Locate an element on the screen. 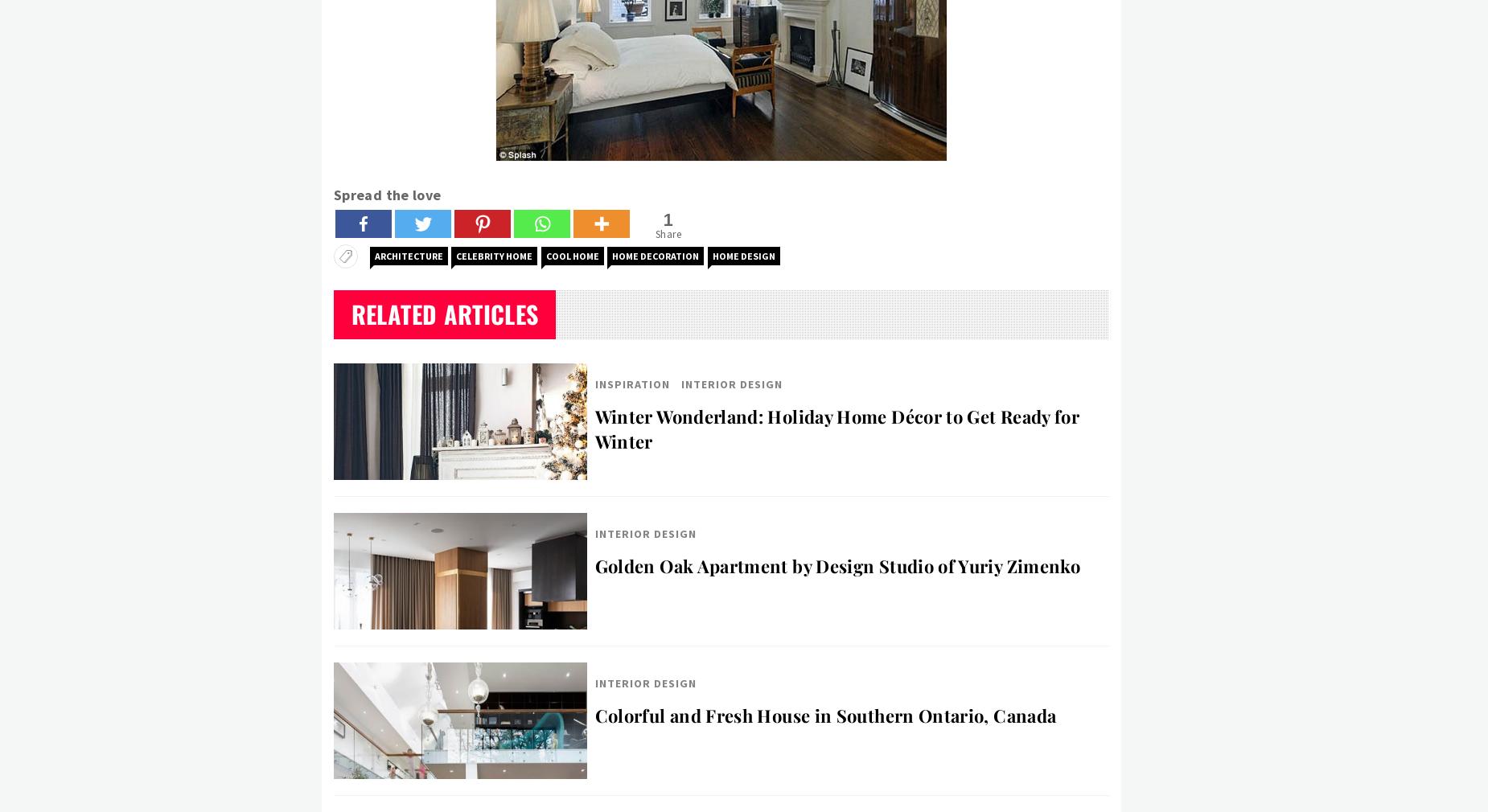 This screenshot has width=1488, height=812. 'Celebrity home' is located at coordinates (494, 256).